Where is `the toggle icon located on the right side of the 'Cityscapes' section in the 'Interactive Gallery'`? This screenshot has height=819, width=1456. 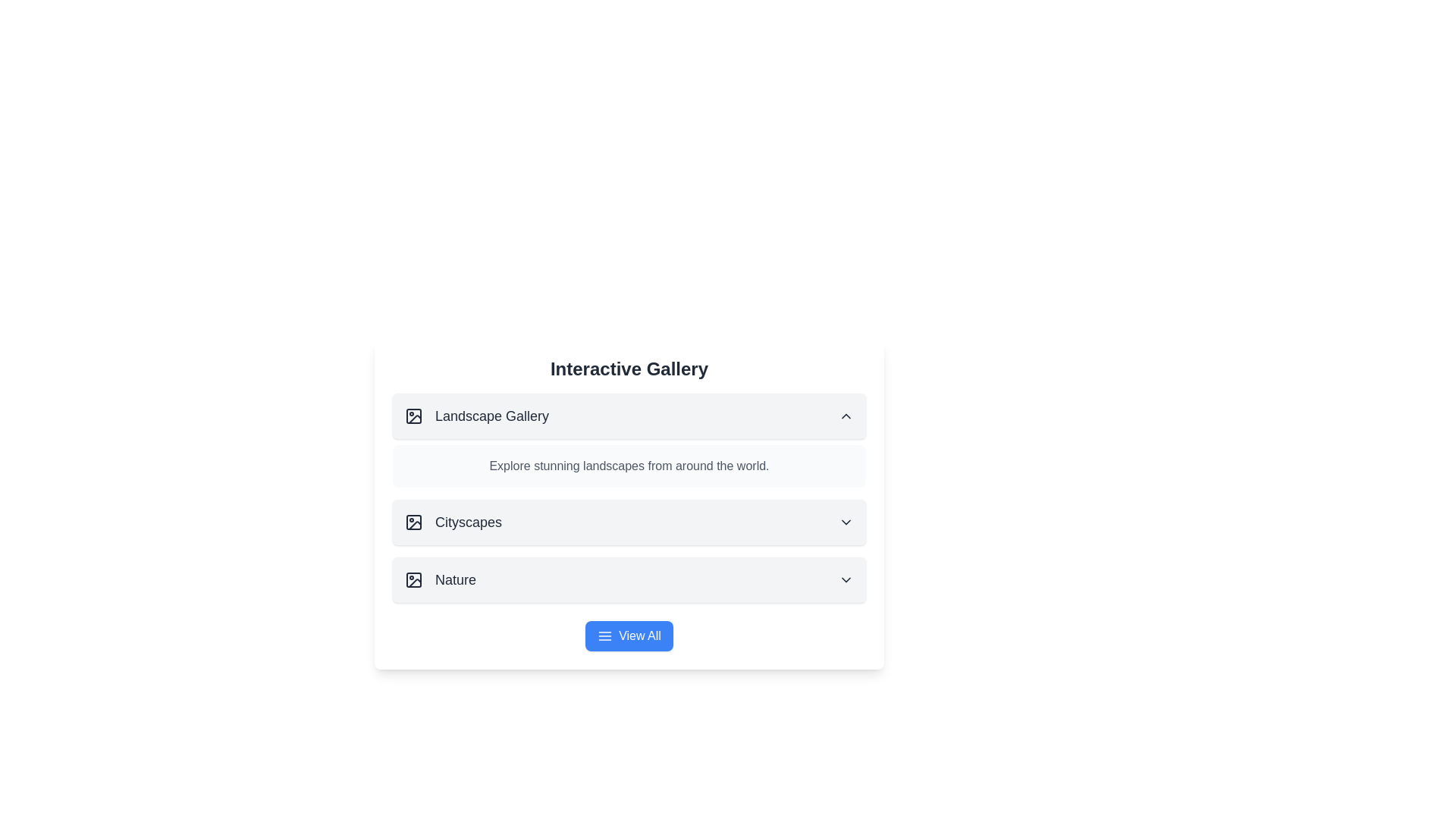
the toggle icon located on the right side of the 'Cityscapes' section in the 'Interactive Gallery' is located at coordinates (846, 522).